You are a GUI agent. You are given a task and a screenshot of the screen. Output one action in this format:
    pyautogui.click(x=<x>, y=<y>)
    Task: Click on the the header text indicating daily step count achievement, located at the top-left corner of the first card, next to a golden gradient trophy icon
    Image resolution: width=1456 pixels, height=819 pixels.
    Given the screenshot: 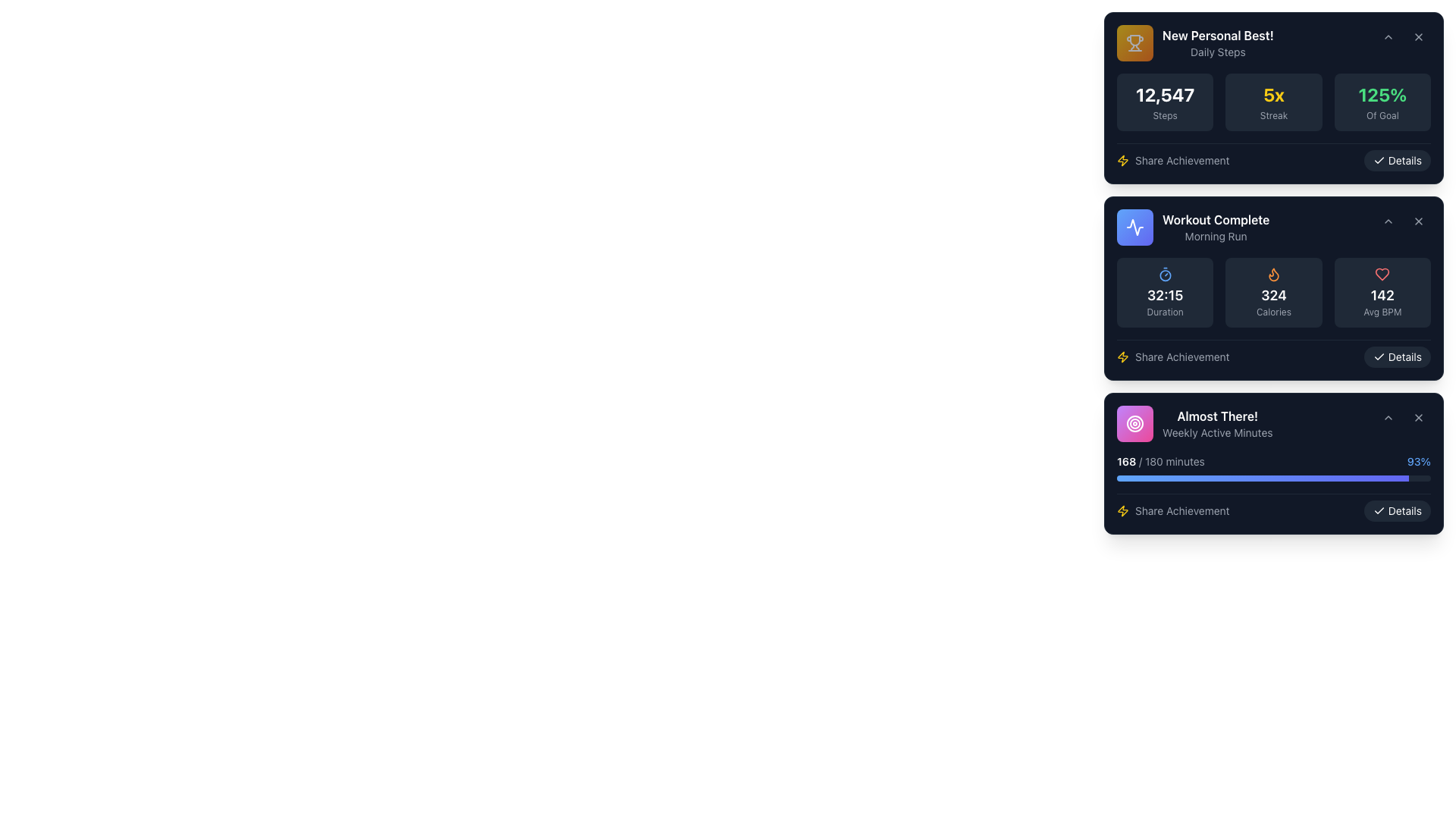 What is the action you would take?
    pyautogui.click(x=1218, y=42)
    